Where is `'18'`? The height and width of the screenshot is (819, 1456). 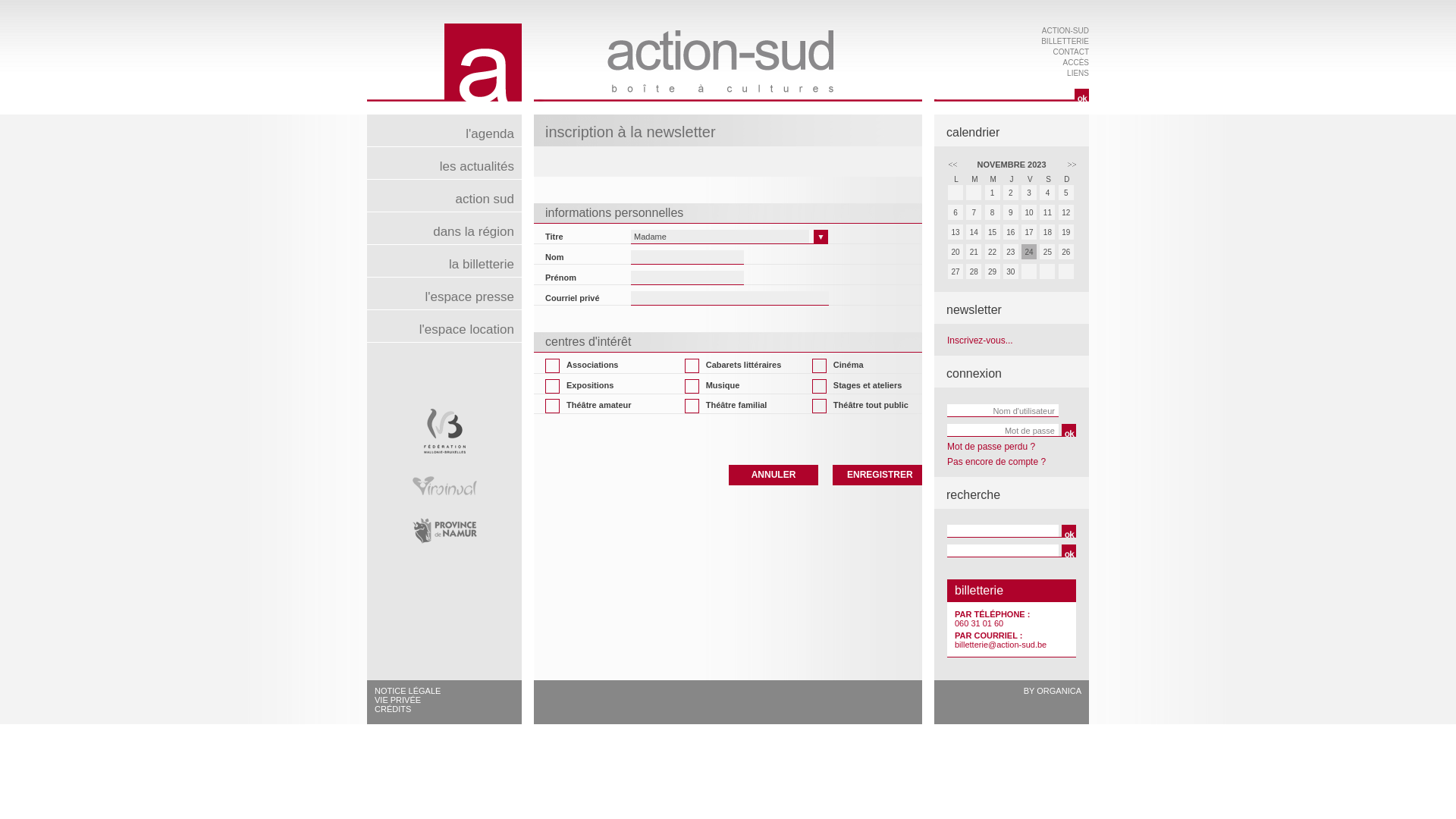 '18' is located at coordinates (1047, 234).